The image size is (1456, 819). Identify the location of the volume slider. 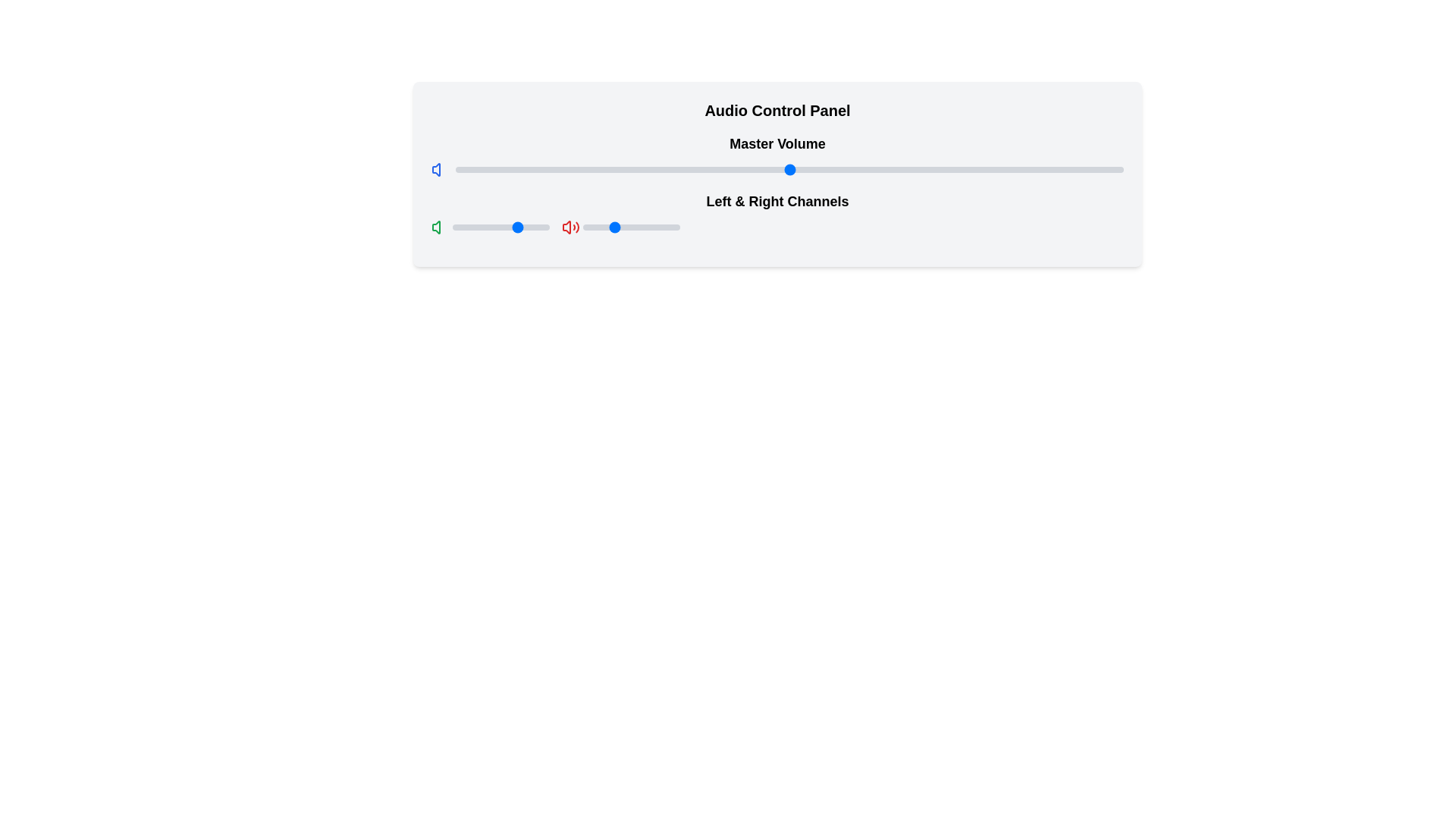
(555, 166).